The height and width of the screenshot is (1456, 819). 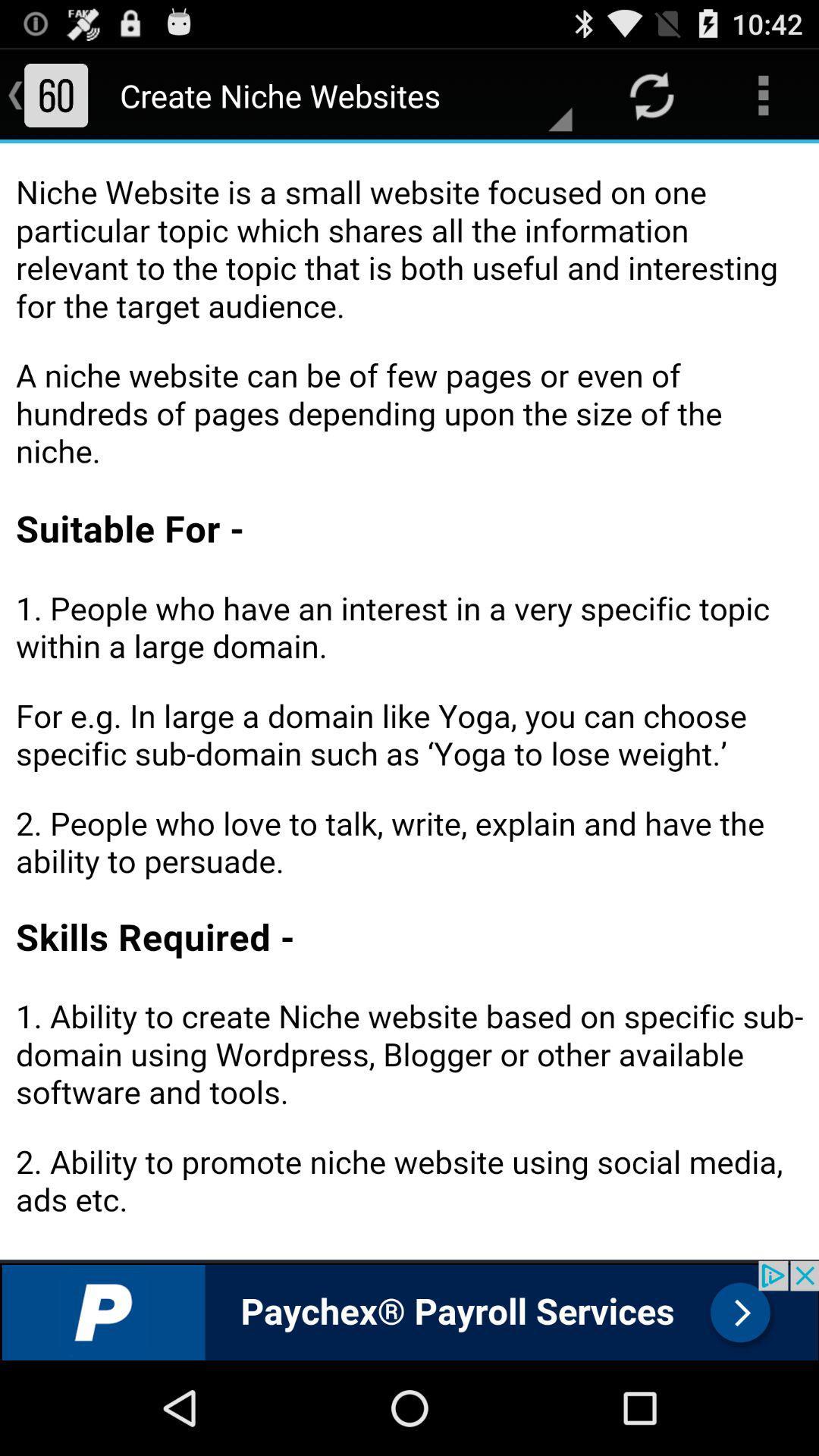 I want to click on advert, so click(x=409, y=1310).